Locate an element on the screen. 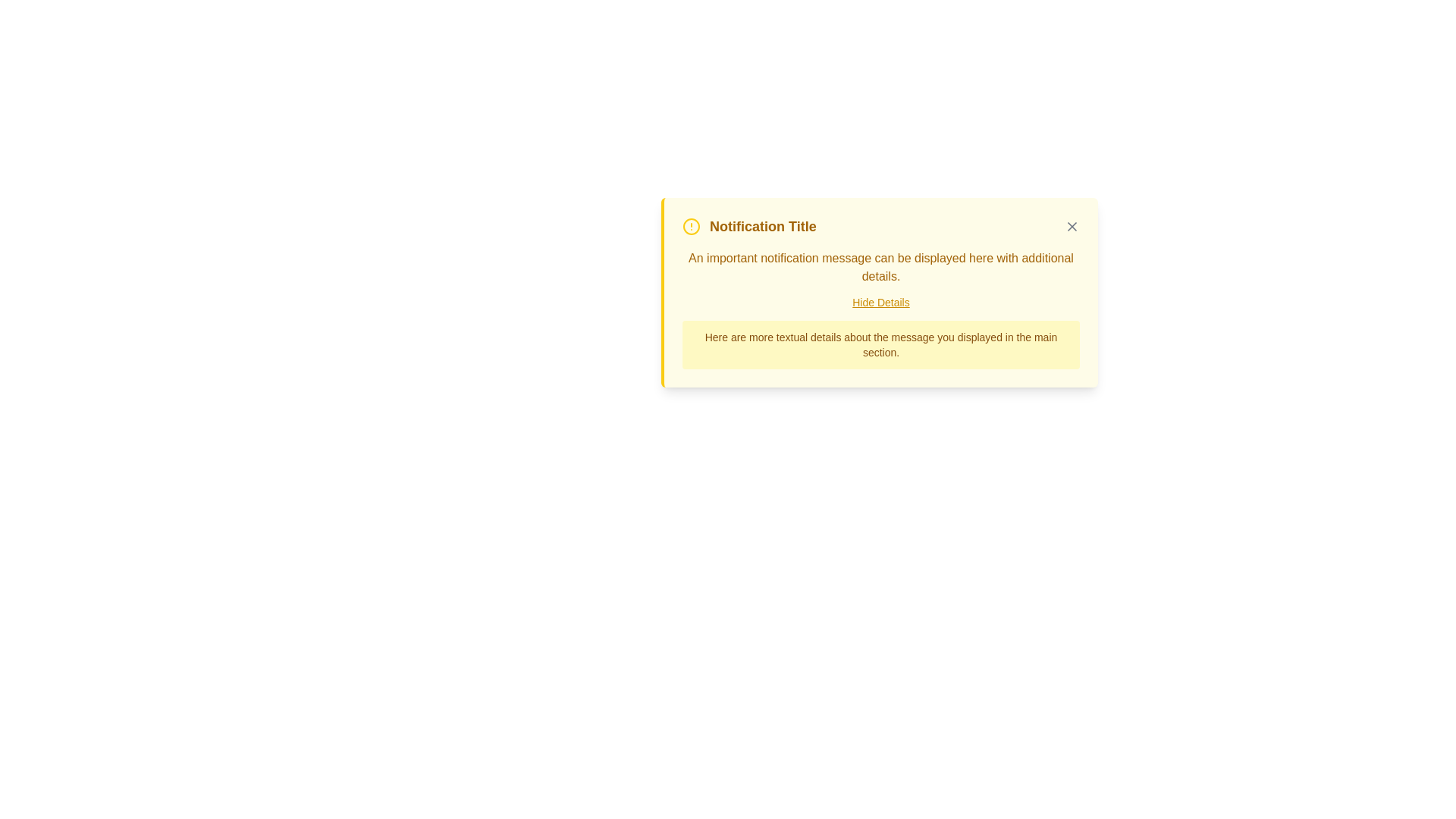  the close button represented by a gray 'X' at the upper-right corner of the notification card is located at coordinates (1072, 227).